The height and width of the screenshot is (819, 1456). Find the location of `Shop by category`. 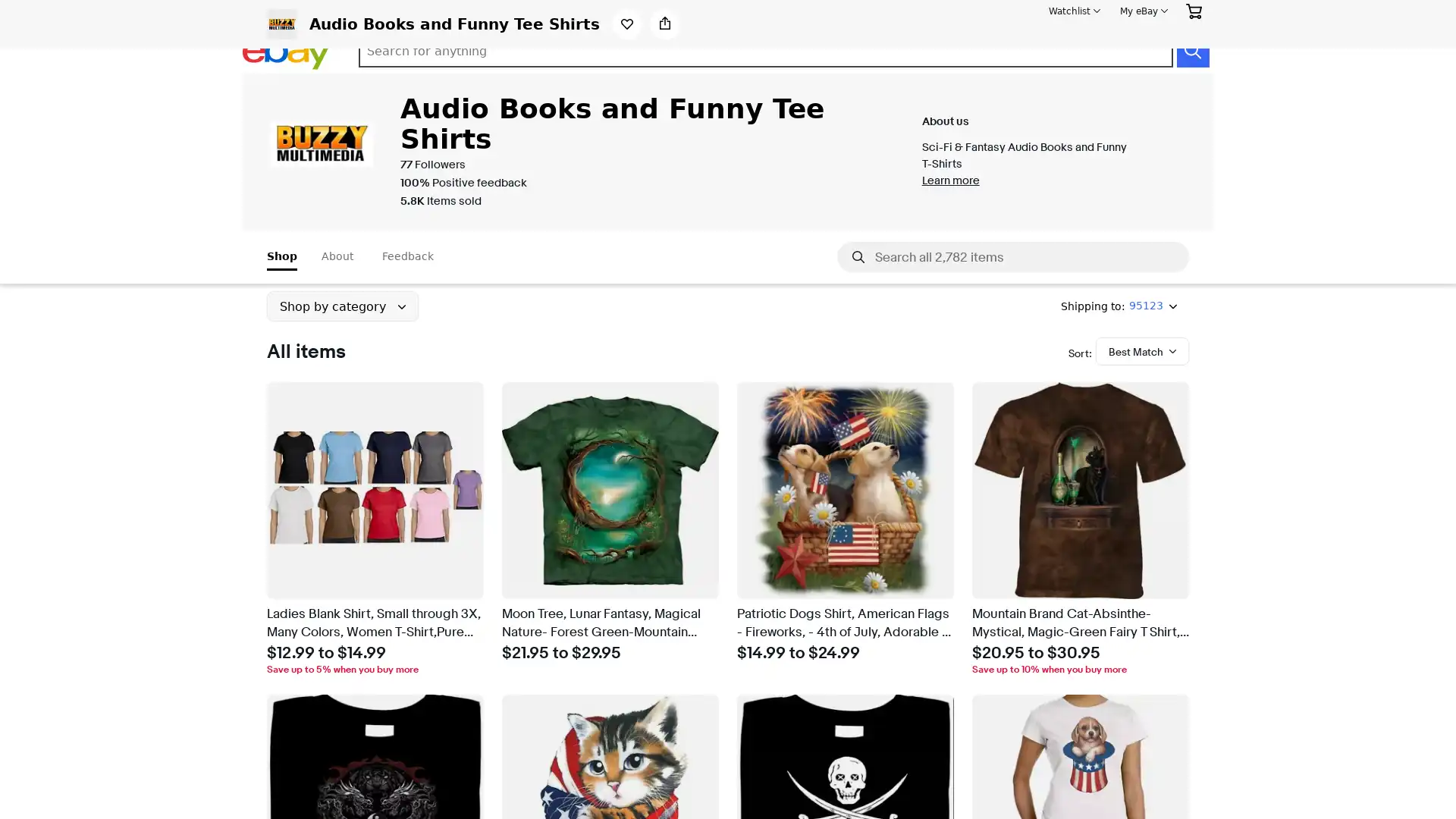

Shop by category is located at coordinates (341, 306).